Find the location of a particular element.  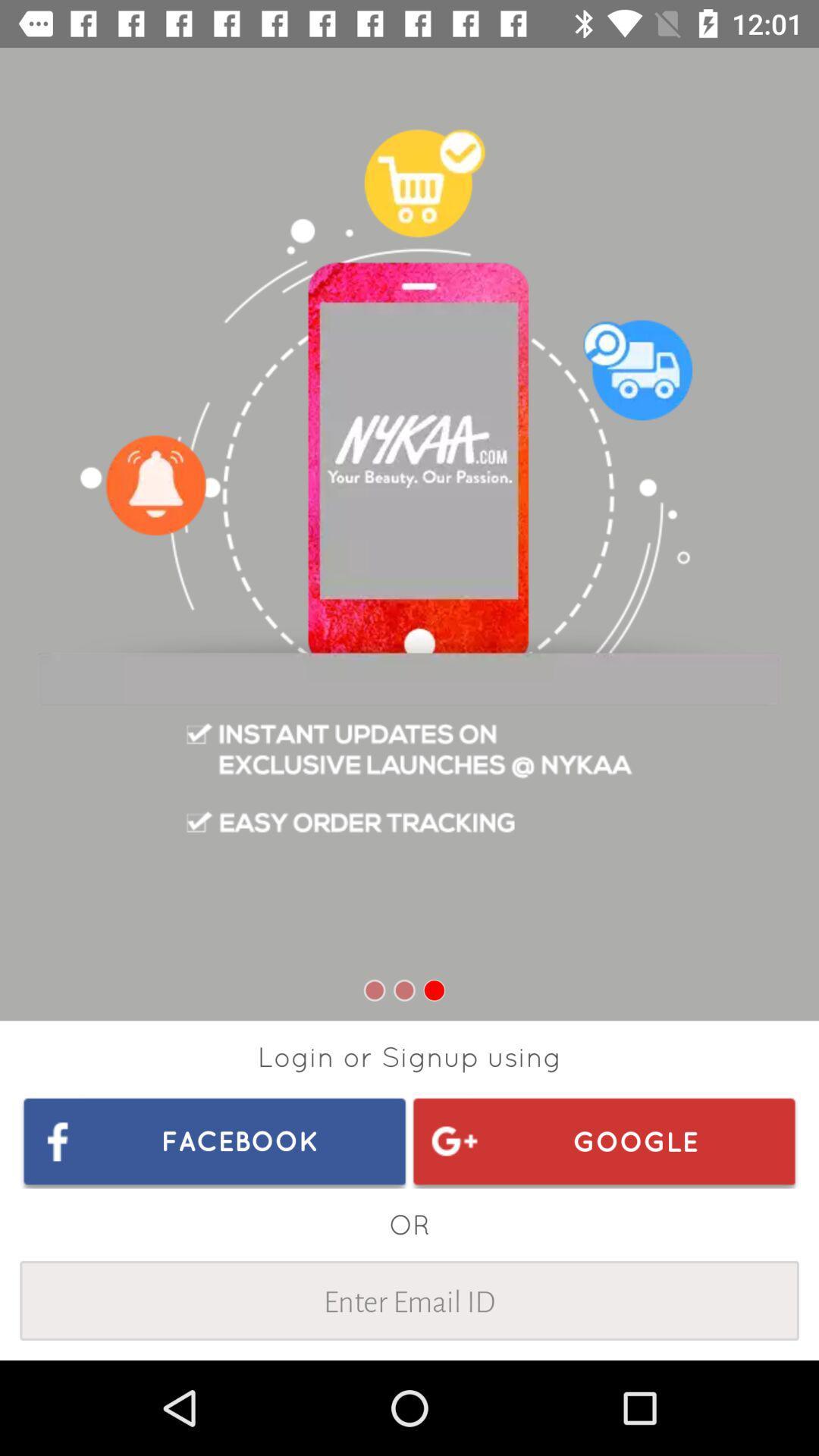

item to the right of facebook is located at coordinates (603, 1141).